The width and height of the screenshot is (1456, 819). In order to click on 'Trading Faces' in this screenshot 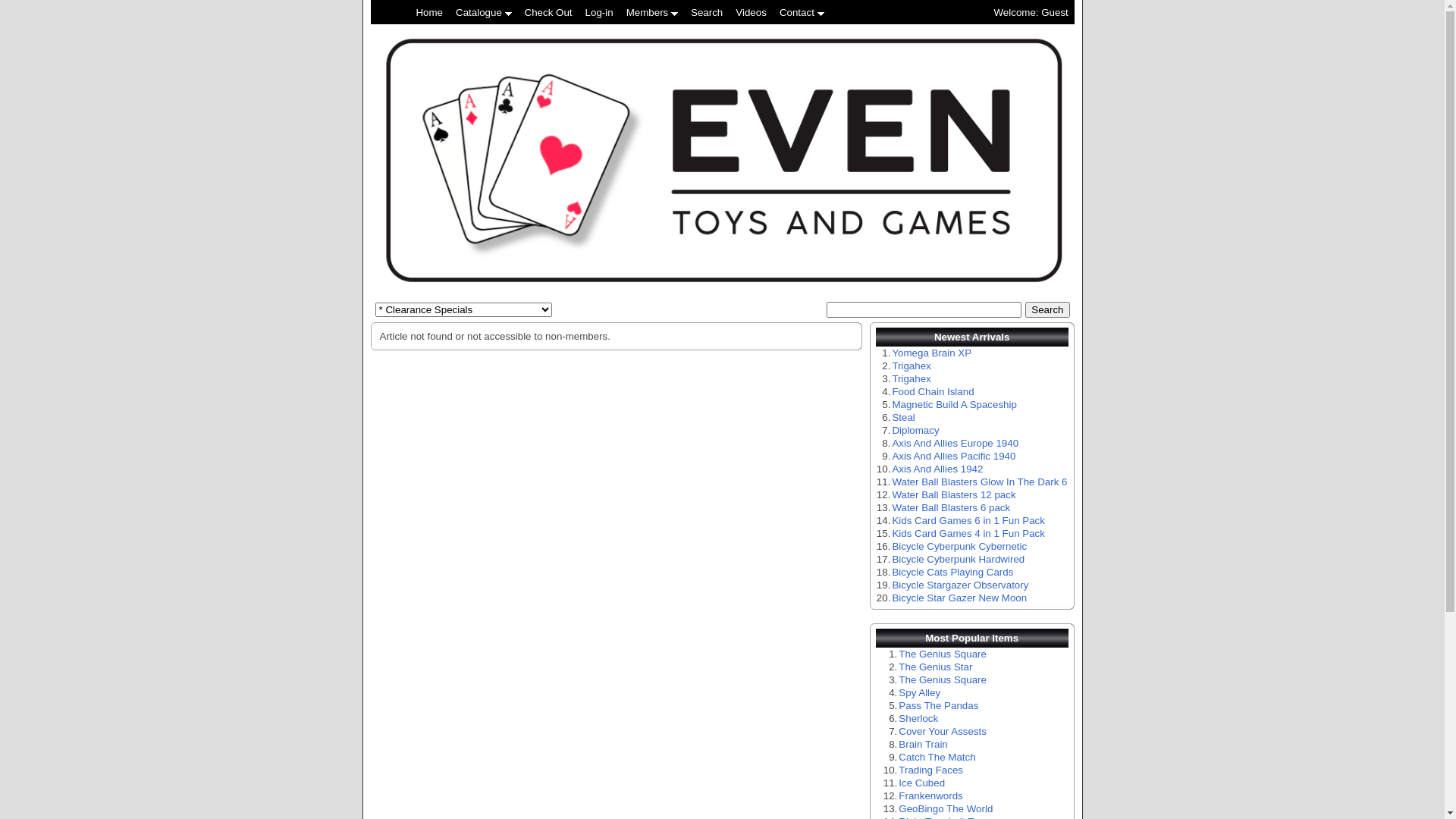, I will do `click(899, 770)`.